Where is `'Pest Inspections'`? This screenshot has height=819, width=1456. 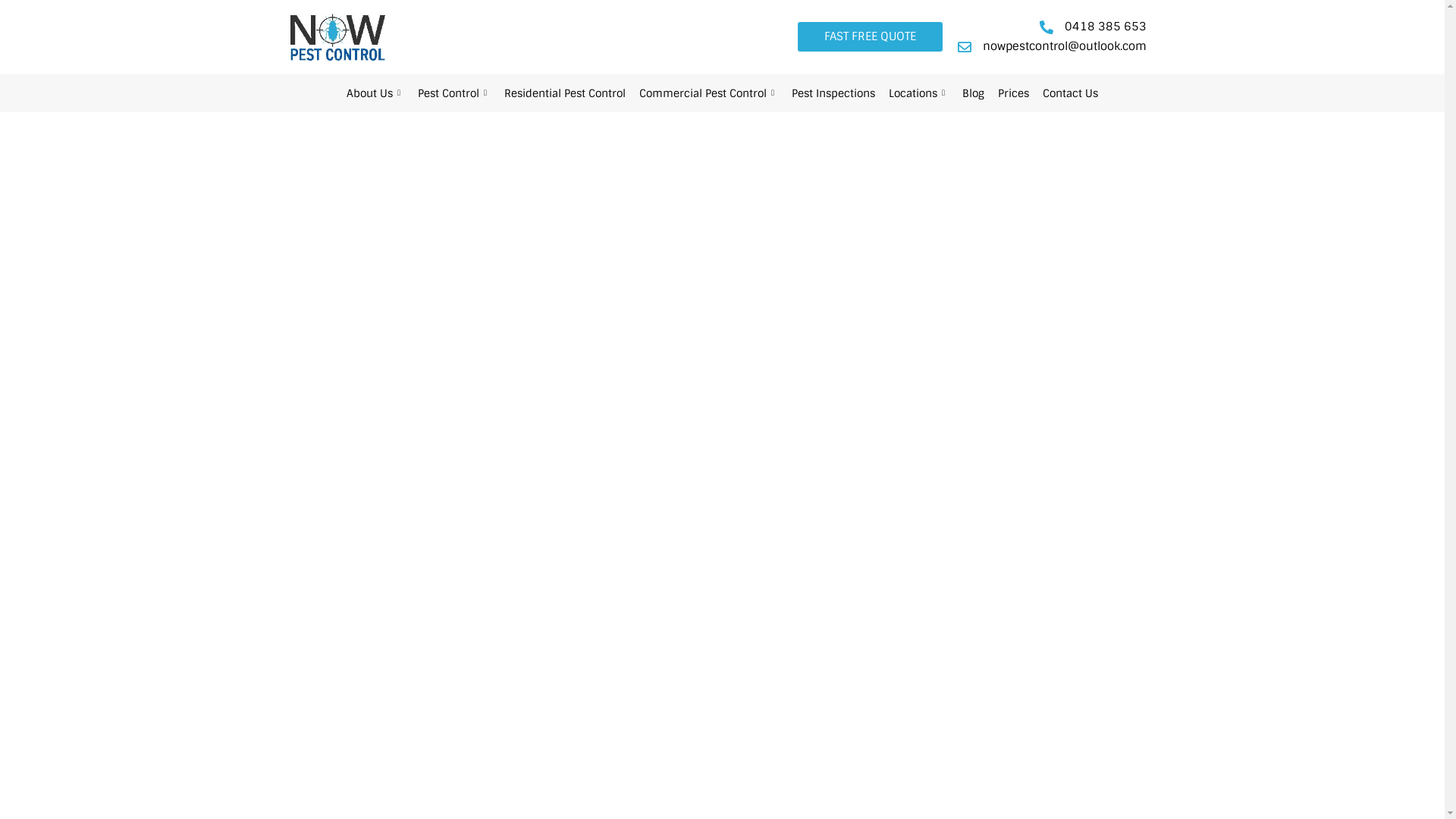
'Pest Inspections' is located at coordinates (785, 93).